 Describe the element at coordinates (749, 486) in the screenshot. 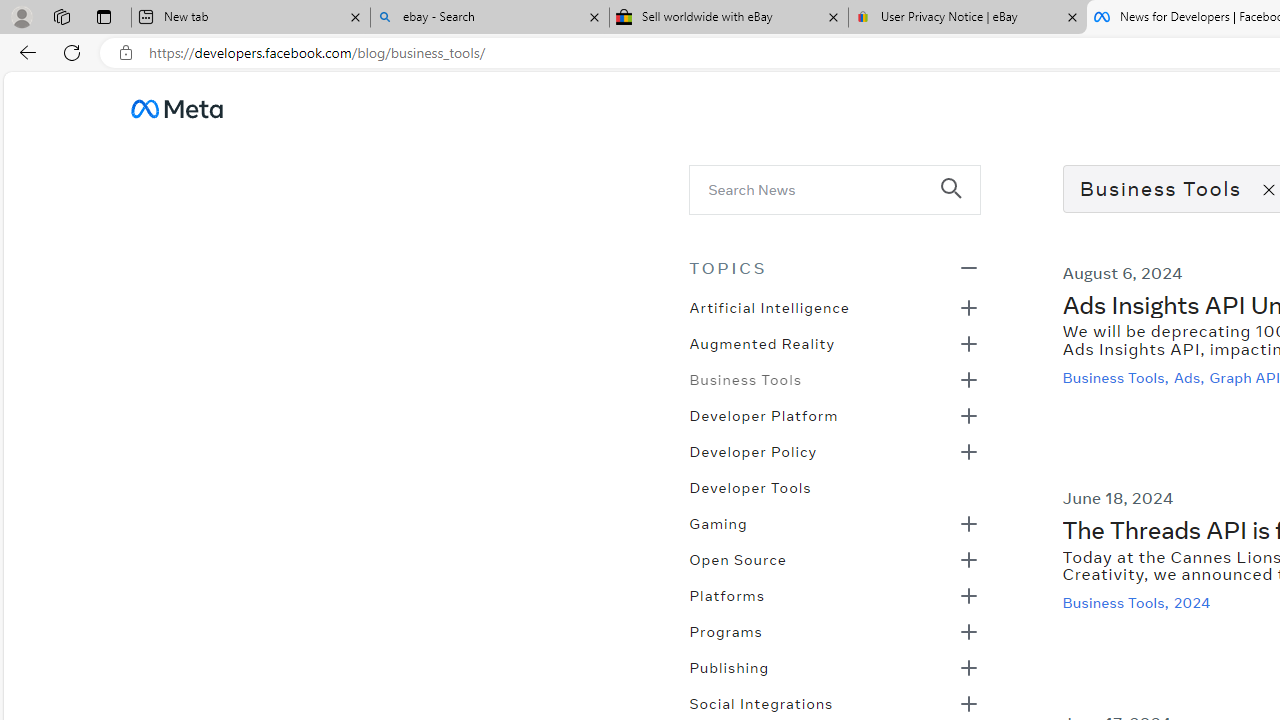

I see `'Developer Tools'` at that location.